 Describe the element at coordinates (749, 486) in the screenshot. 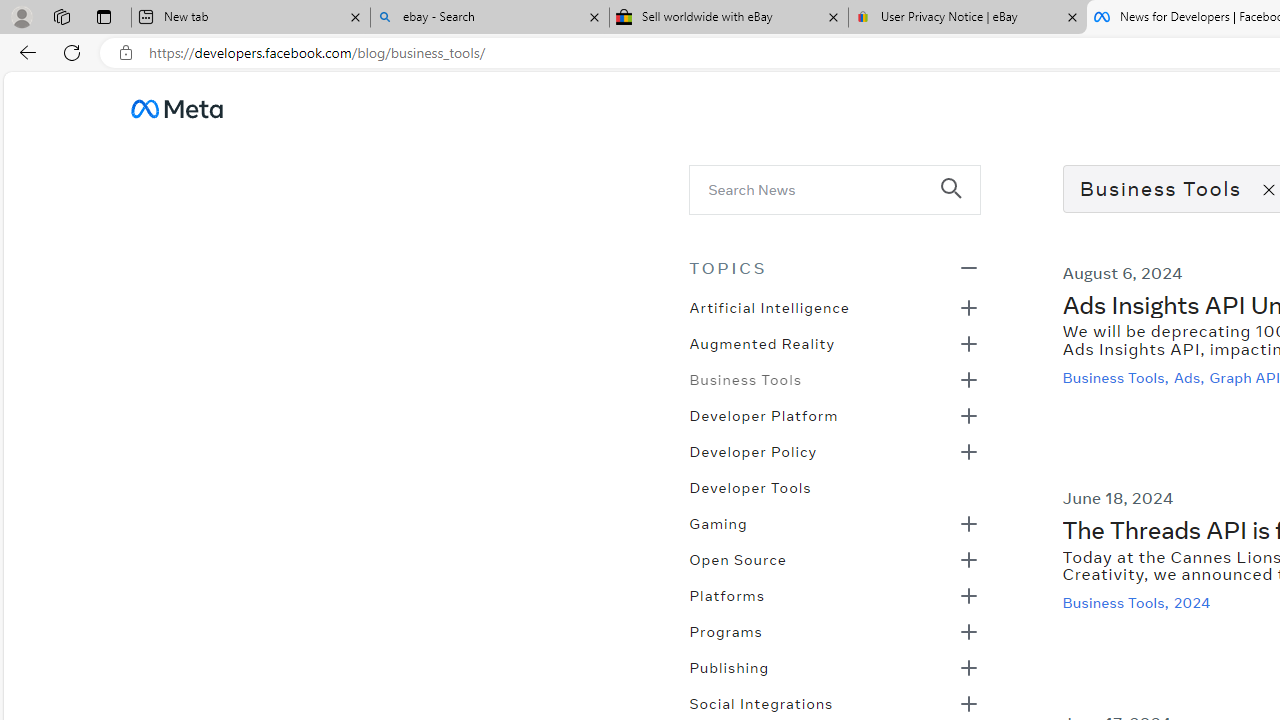

I see `'Developer Tools'` at that location.